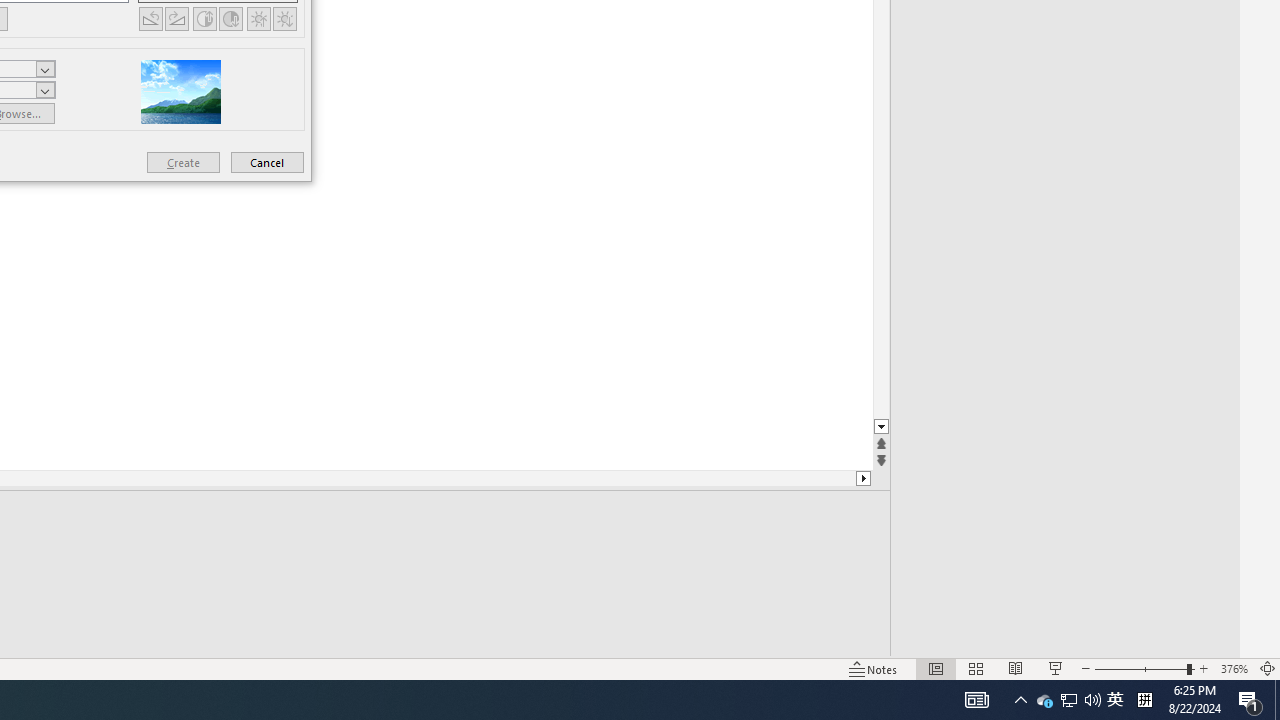  I want to click on 'More Brightness', so click(257, 18).